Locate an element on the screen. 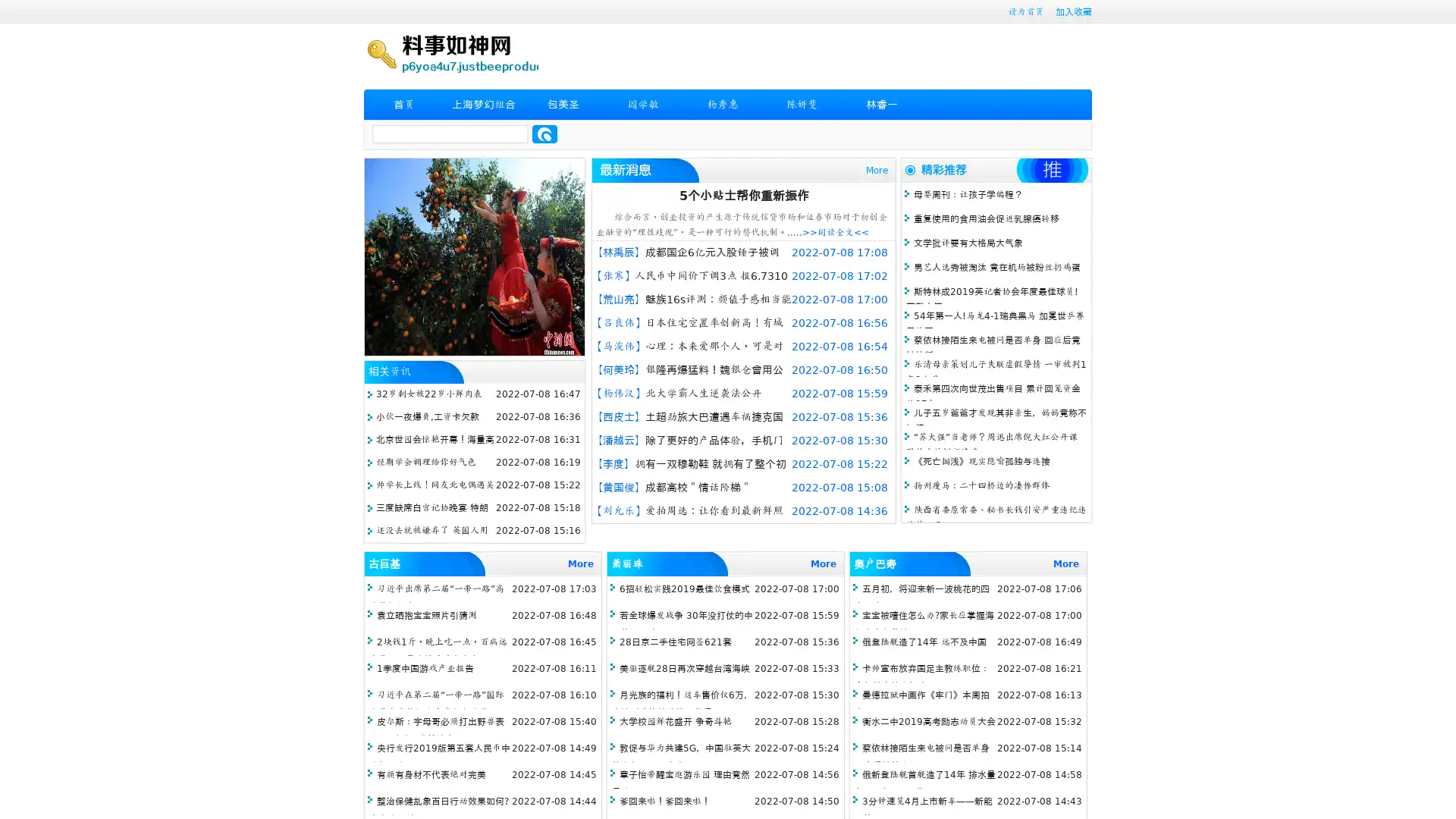  Search is located at coordinates (544, 133).